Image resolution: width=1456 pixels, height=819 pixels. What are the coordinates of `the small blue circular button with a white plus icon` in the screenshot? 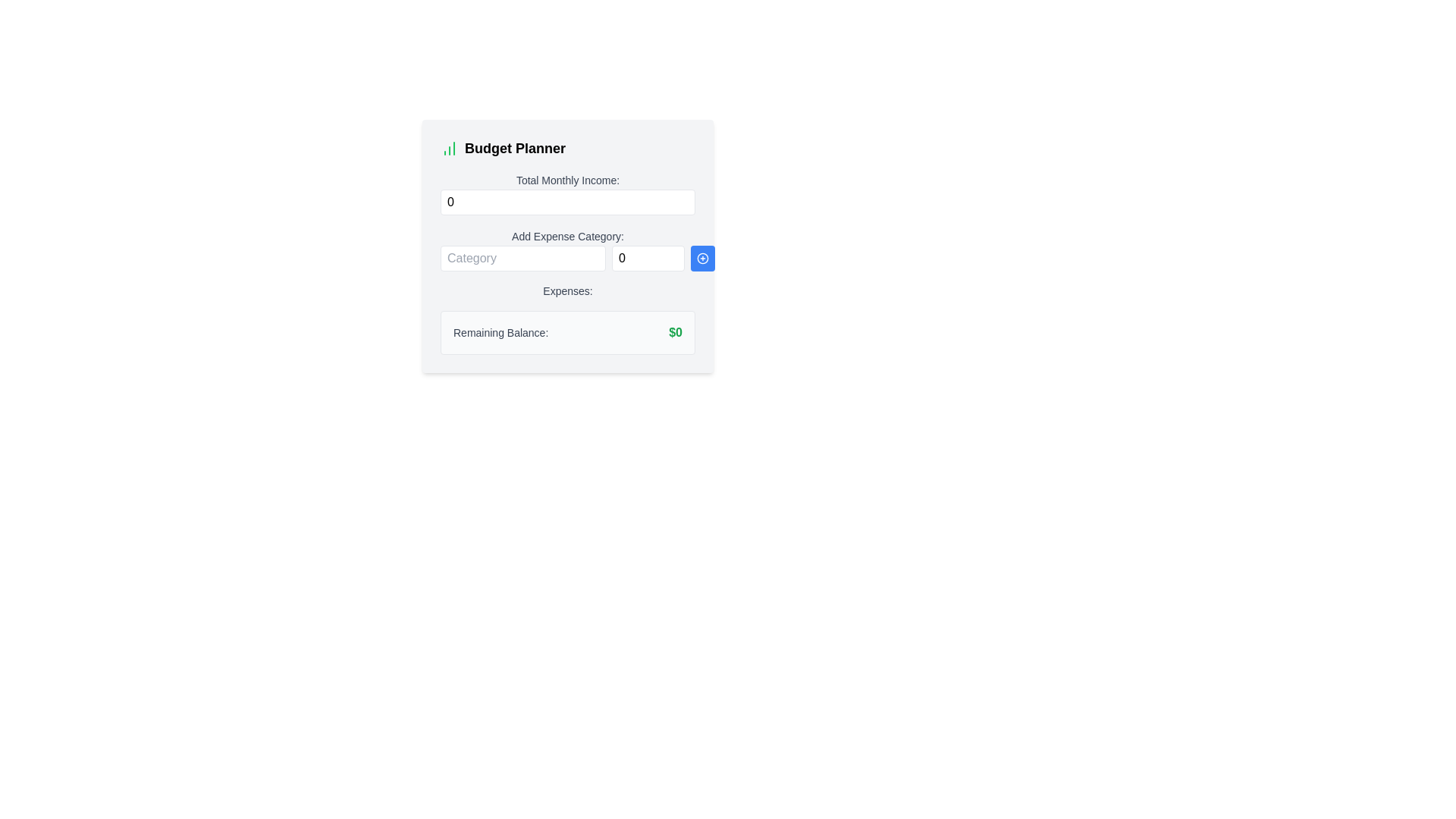 It's located at (701, 257).